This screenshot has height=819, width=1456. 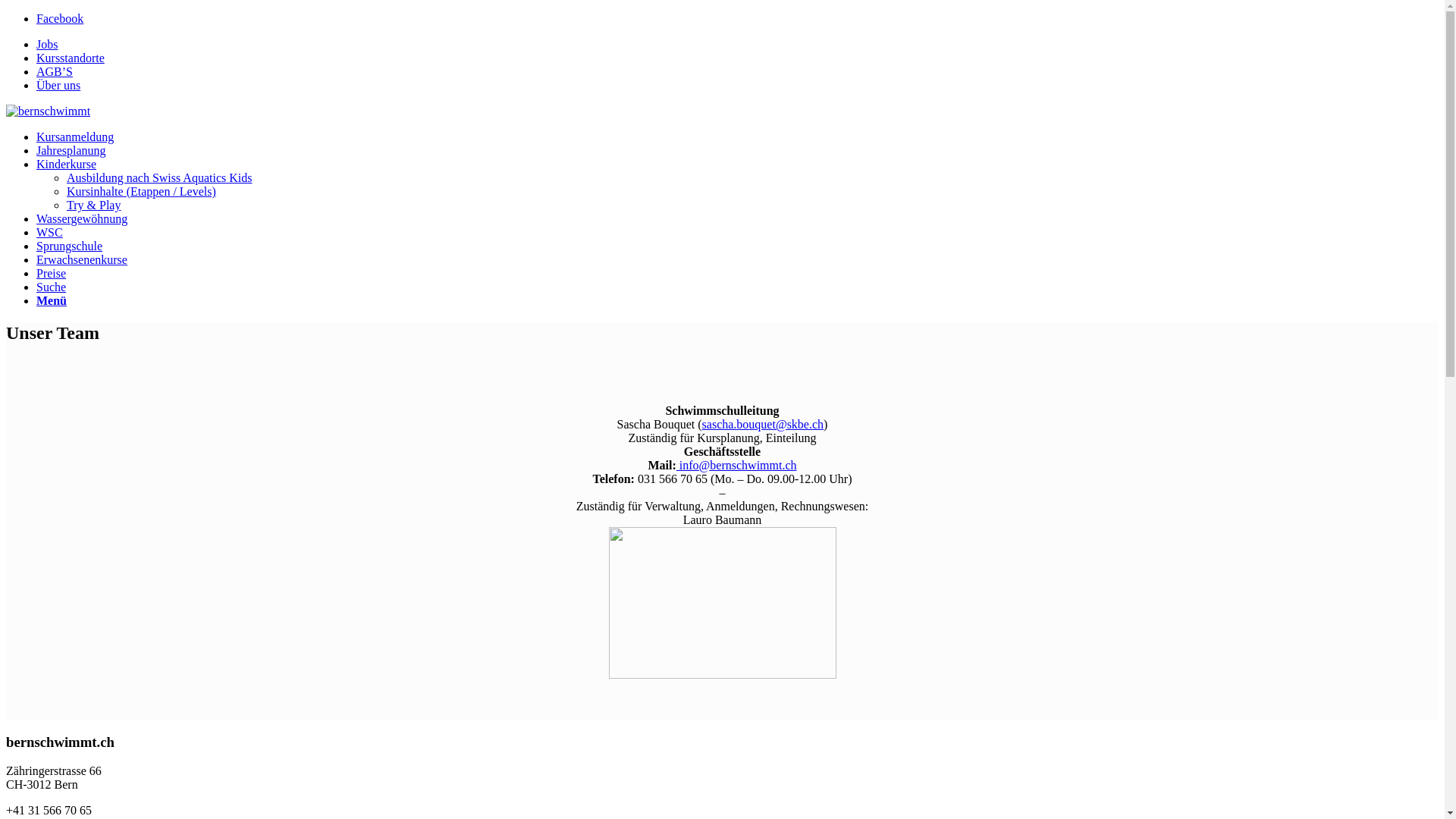 I want to click on 'Kinderkurse', so click(x=65, y=164).